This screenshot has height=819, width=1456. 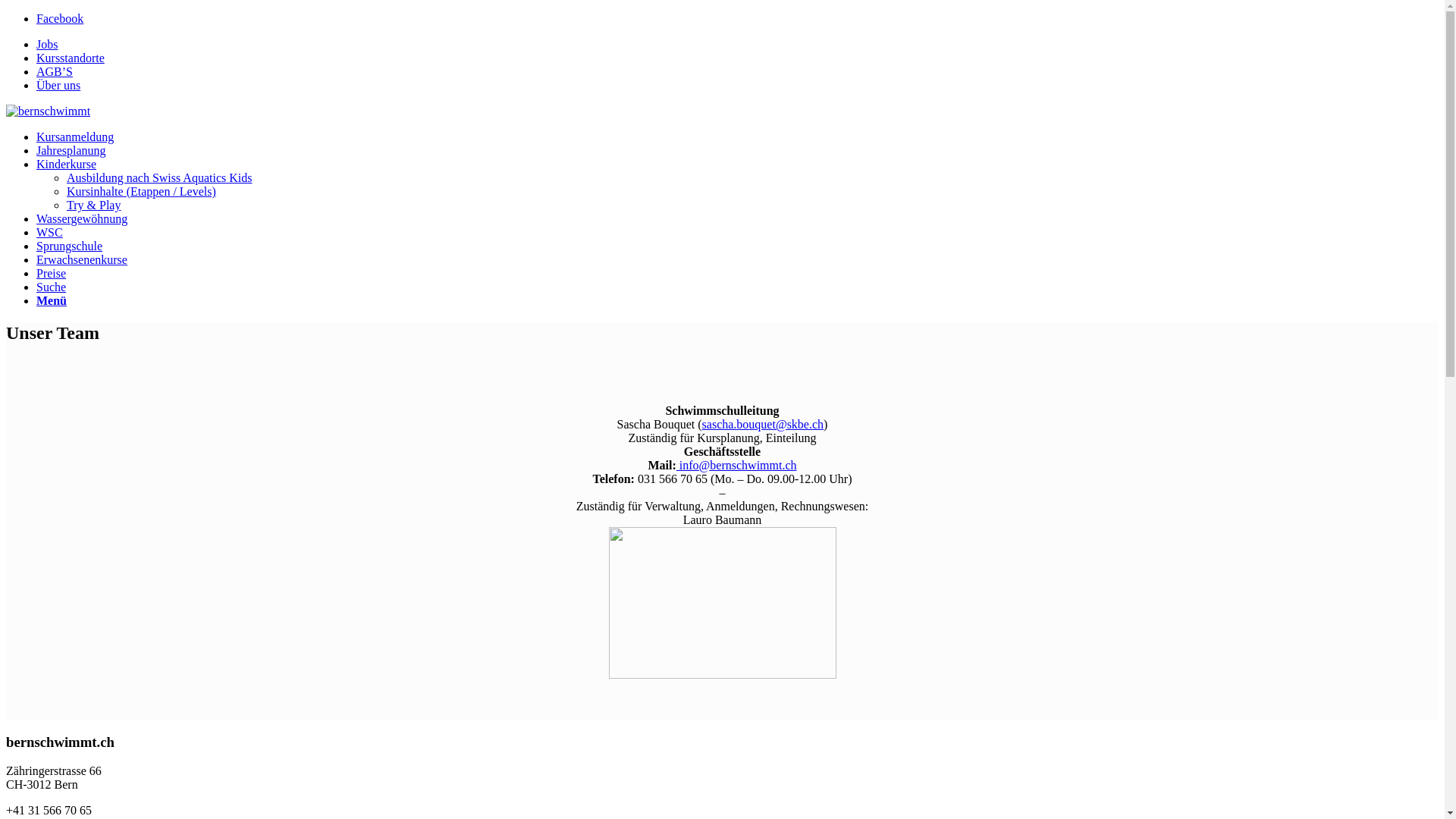 I want to click on 'Kinderkurse', so click(x=65, y=164).